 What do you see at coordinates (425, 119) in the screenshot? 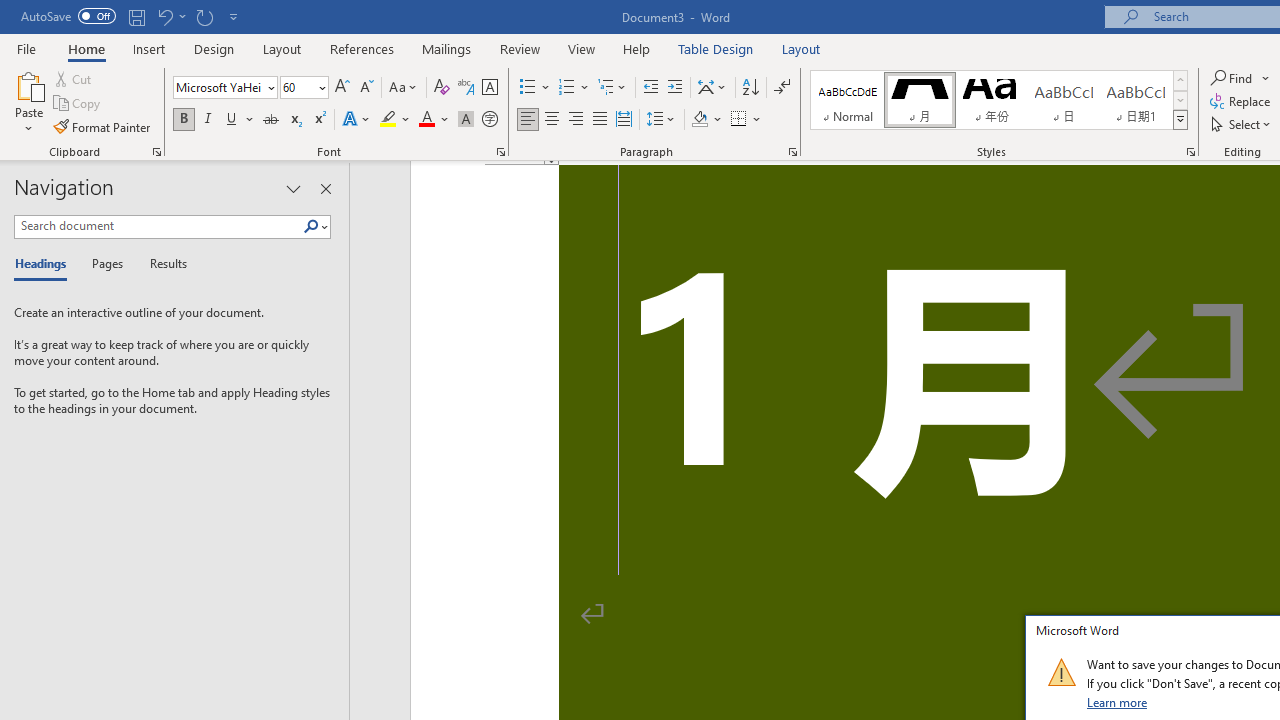
I see `'Font Color RGB(255, 0, 0)'` at bounding box center [425, 119].